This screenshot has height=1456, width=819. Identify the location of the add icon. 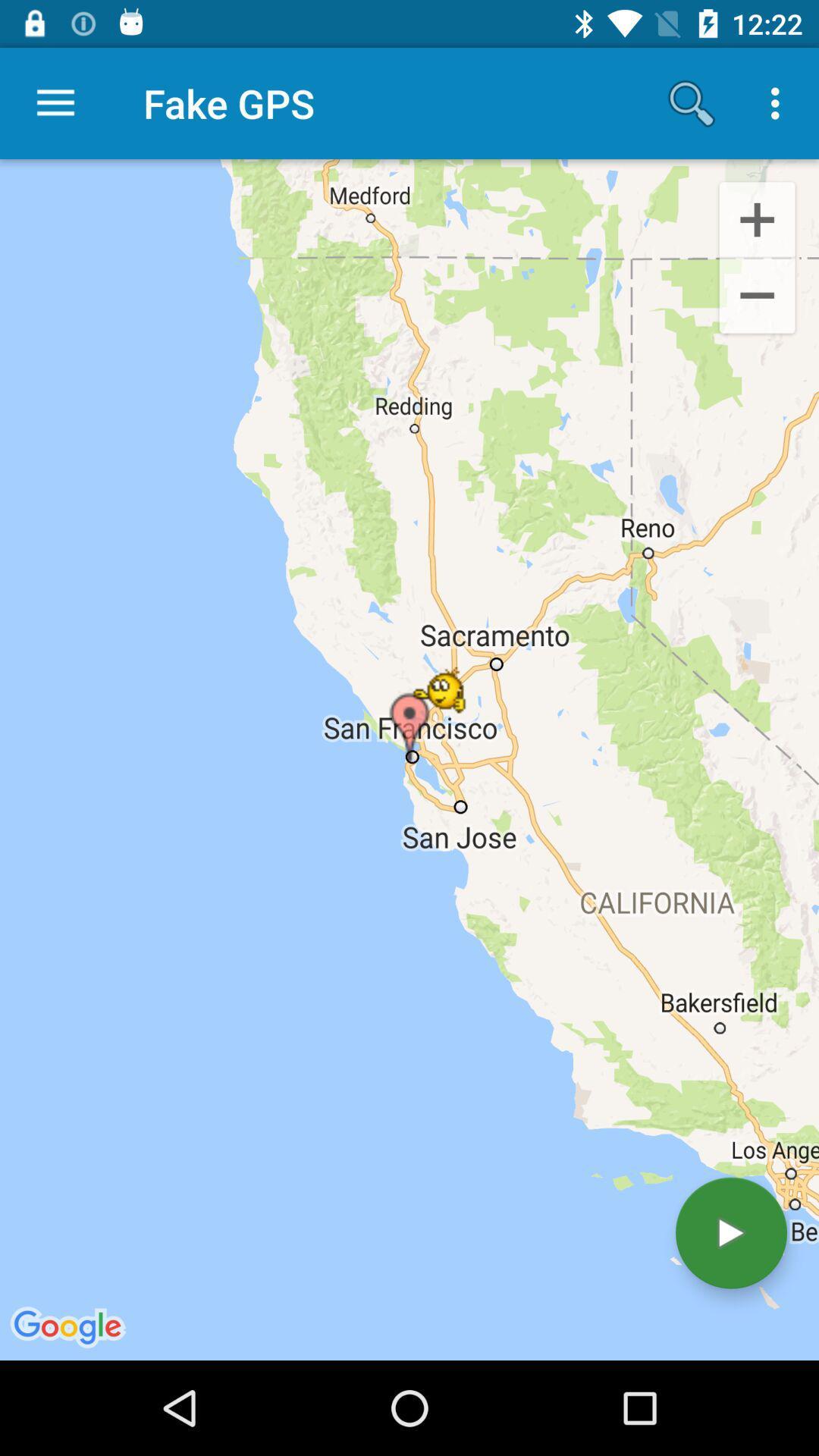
(757, 218).